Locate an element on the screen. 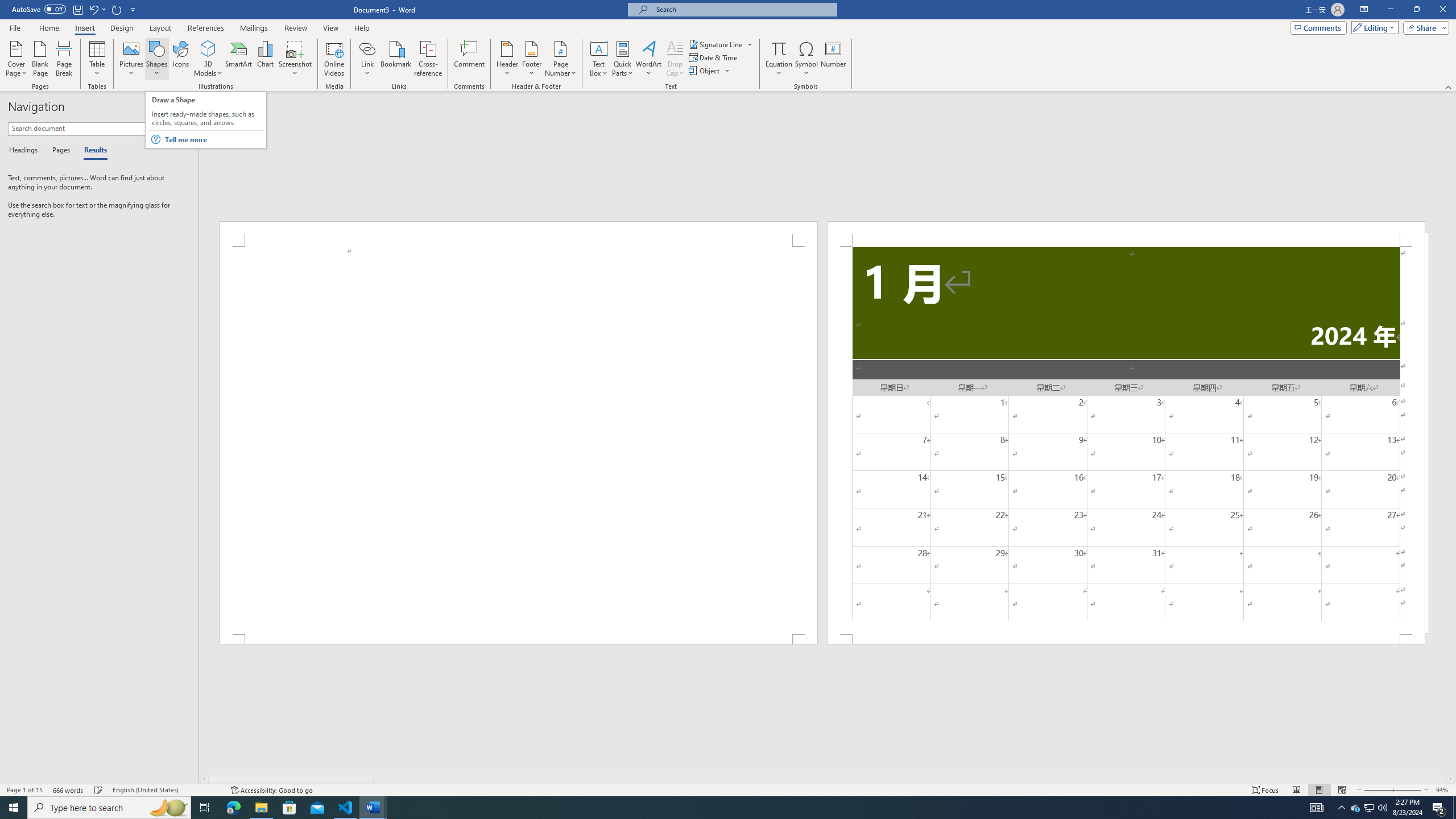 Image resolution: width=1456 pixels, height=819 pixels. 'Signature Line' is located at coordinates (721, 44).